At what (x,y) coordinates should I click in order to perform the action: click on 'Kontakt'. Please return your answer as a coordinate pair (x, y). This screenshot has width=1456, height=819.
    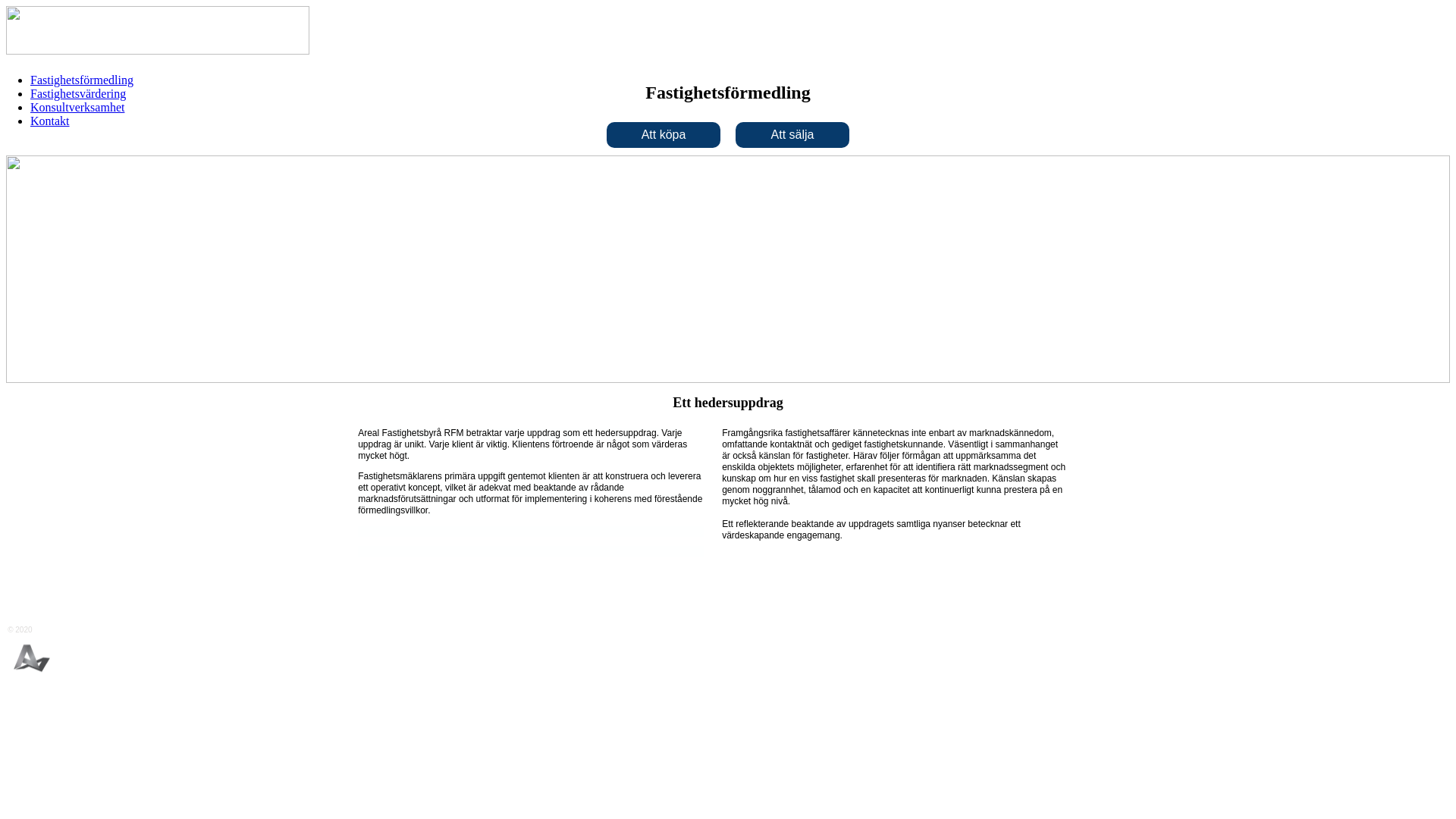
    Looking at the image, I should click on (50, 120).